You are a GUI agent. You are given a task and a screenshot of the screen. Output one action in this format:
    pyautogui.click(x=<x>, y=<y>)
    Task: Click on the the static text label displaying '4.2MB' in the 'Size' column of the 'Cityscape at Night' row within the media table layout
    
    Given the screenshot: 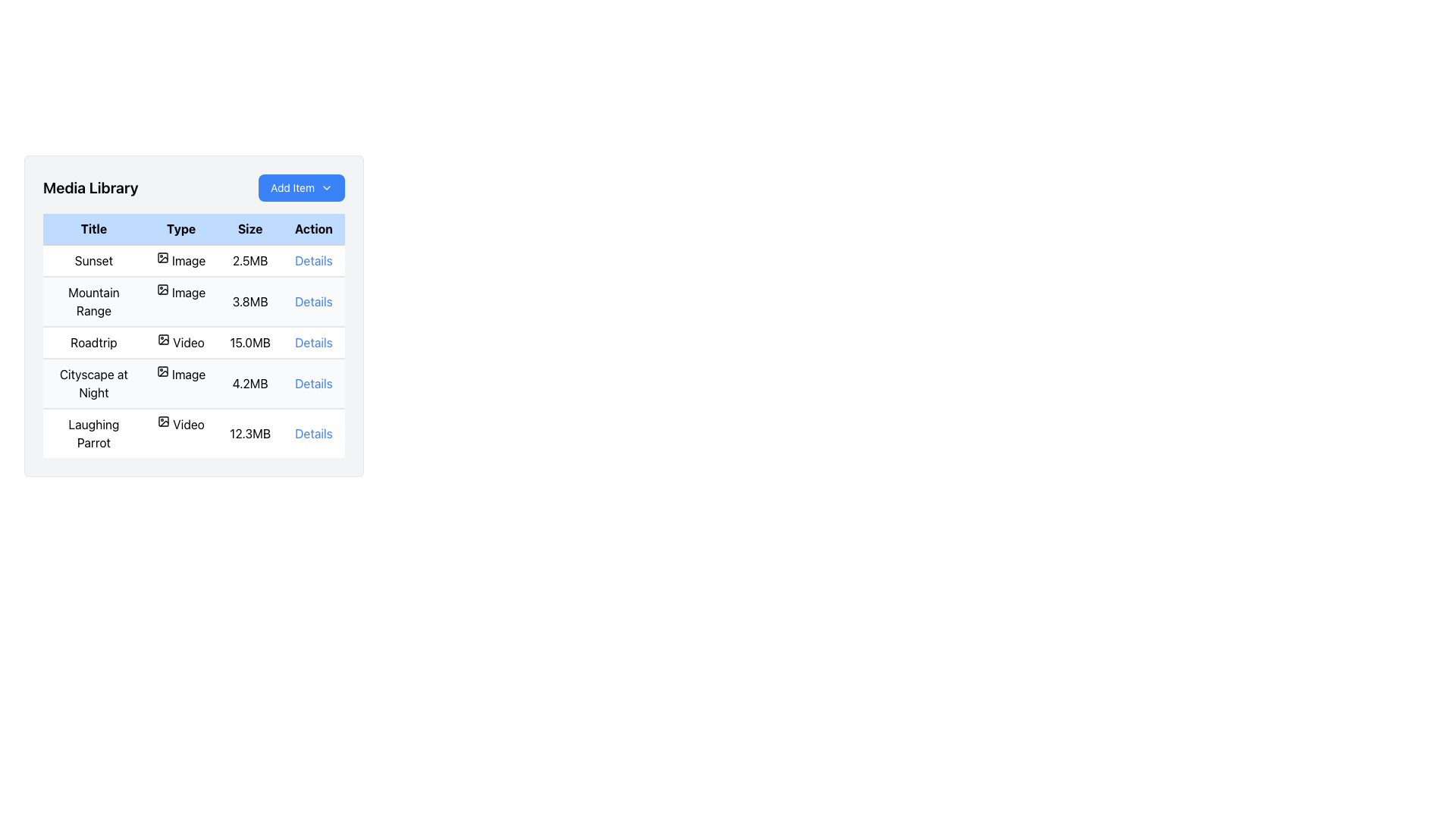 What is the action you would take?
    pyautogui.click(x=250, y=382)
    